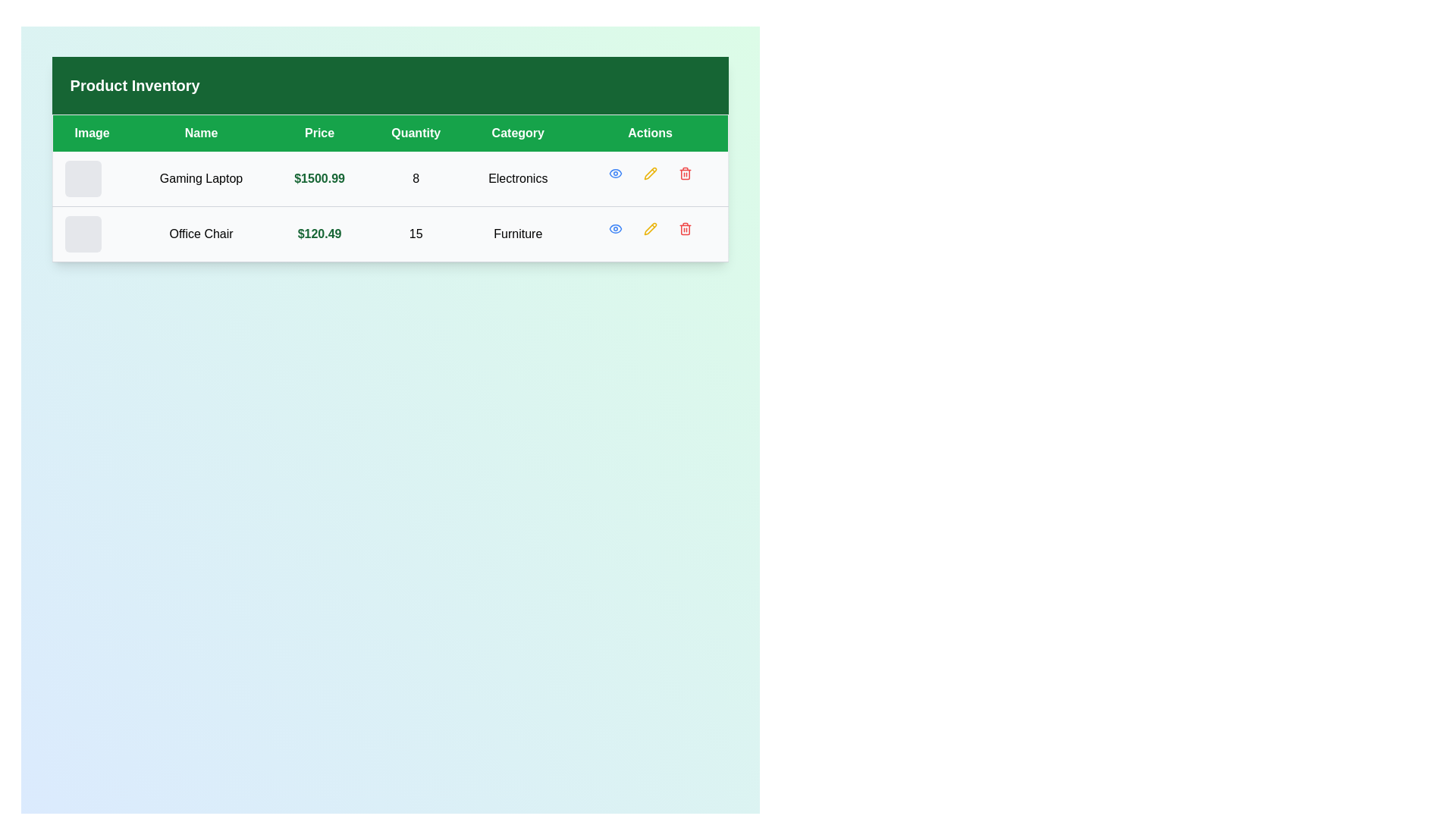  I want to click on the 'edit' button located in the 'Actions' column of the second row of the table to initiate the edit action for the 'Office Chair' entry, so click(650, 228).